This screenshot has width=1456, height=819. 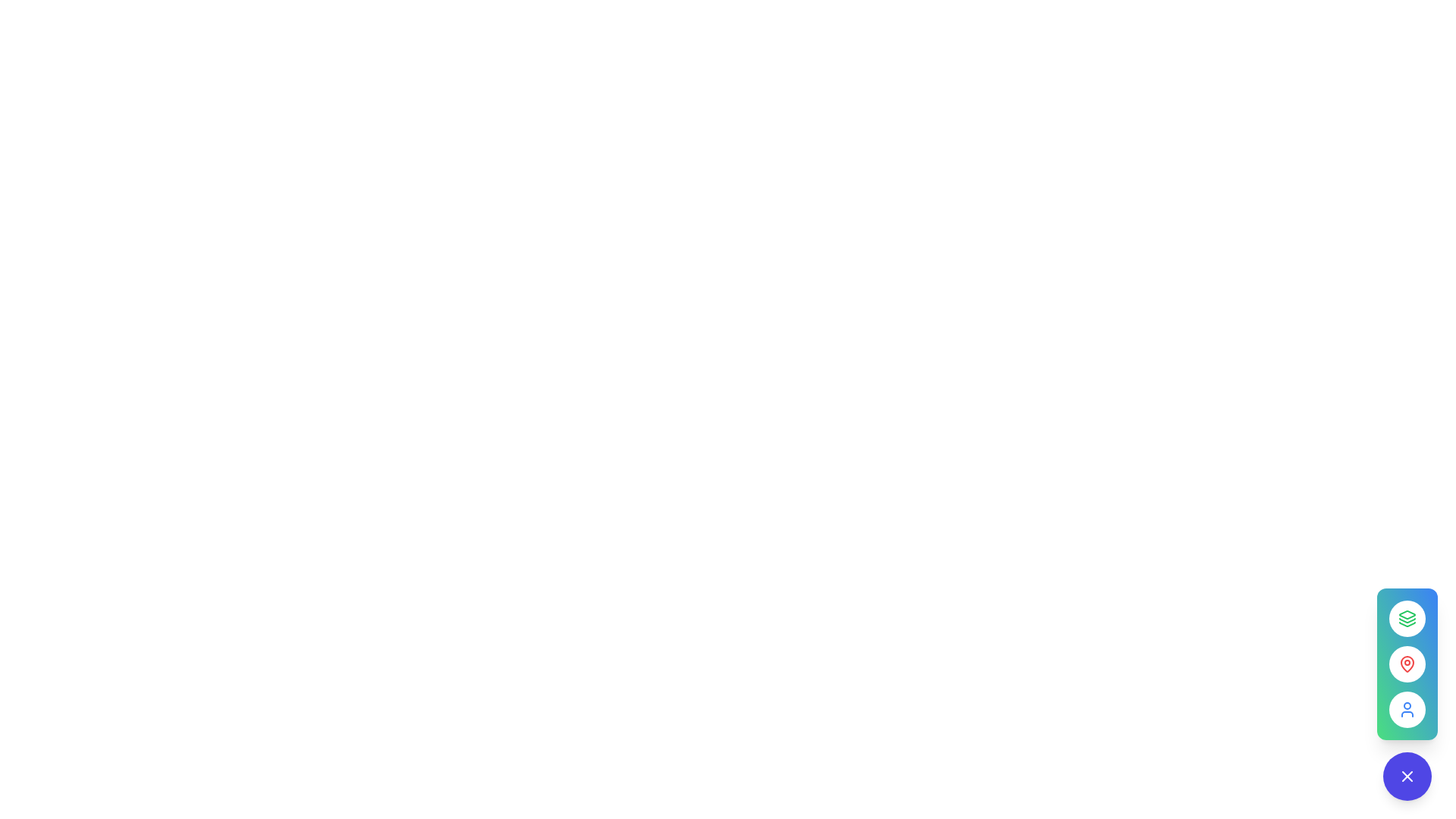 I want to click on the green graphical icon resembling a layered structure with a sharp triangular shape at the top, located at the right-hand edge of the interface, so click(x=1407, y=614).